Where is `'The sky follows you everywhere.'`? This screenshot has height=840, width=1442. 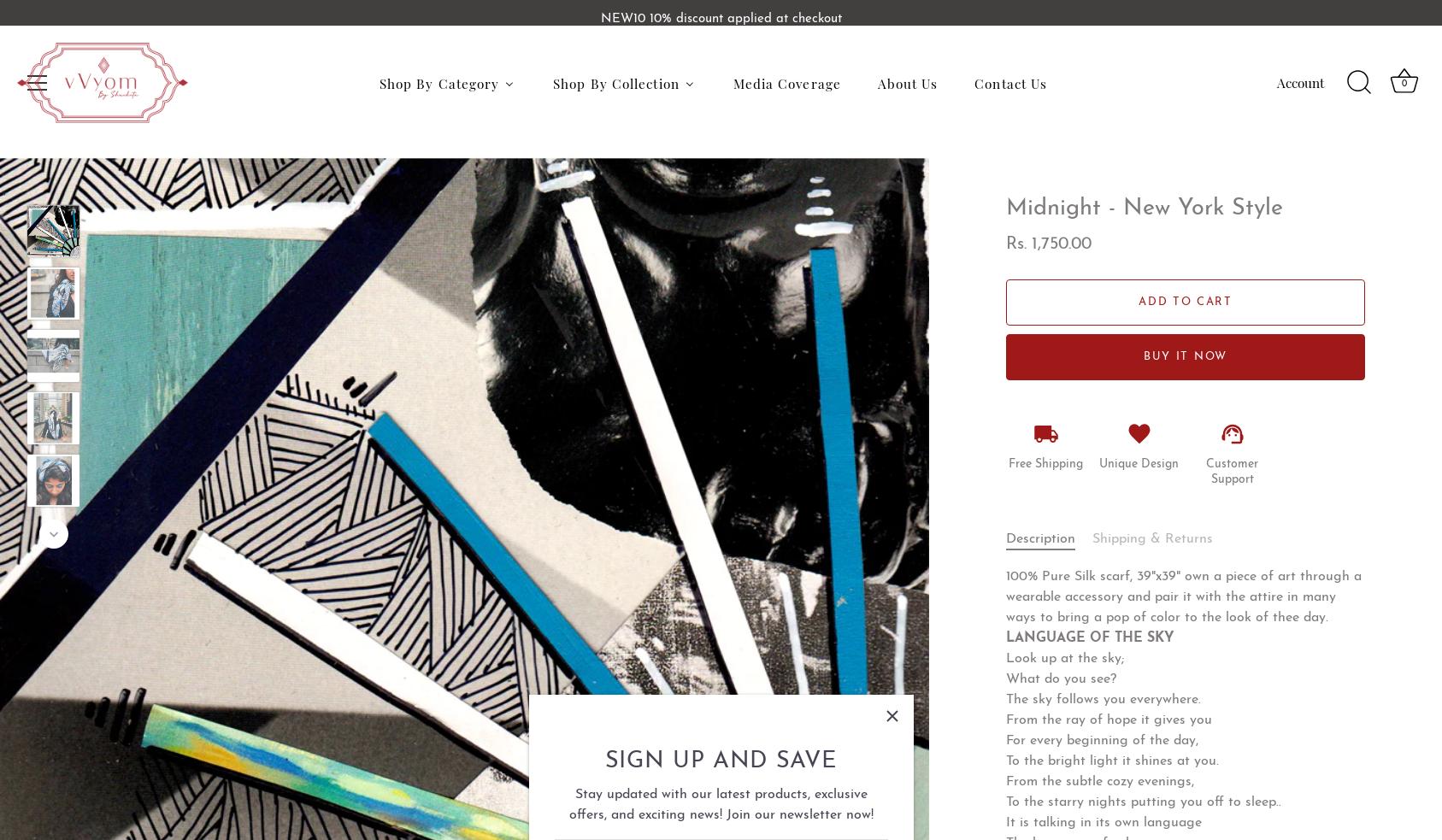
'The sky follows you everywhere.' is located at coordinates (1103, 699).